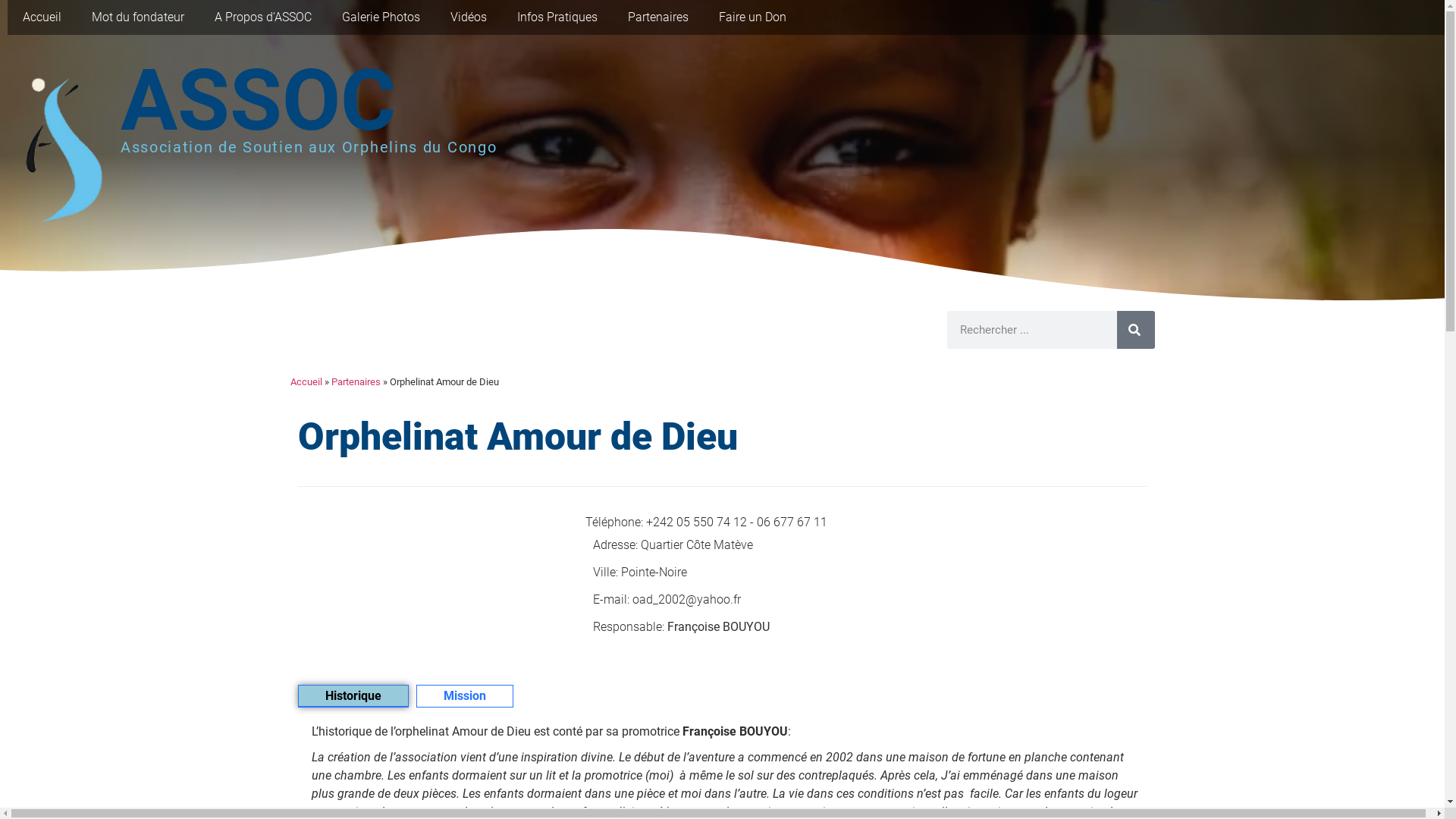 The image size is (1456, 819). Describe the element at coordinates (752, 17) in the screenshot. I see `'Faire un Don'` at that location.